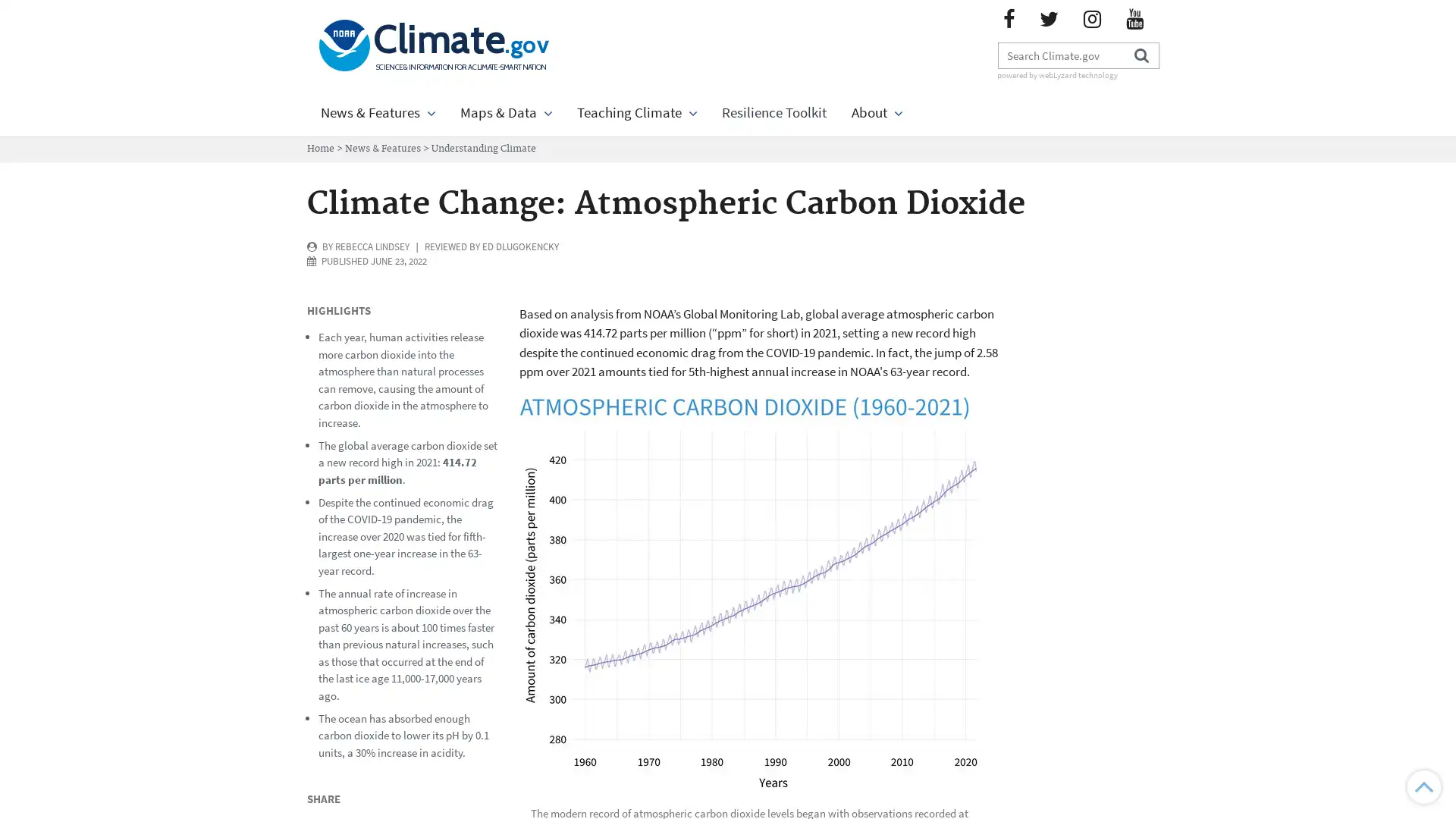 The height and width of the screenshot is (819, 1456). What do you see at coordinates (637, 111) in the screenshot?
I see `Teaching Climate` at bounding box center [637, 111].